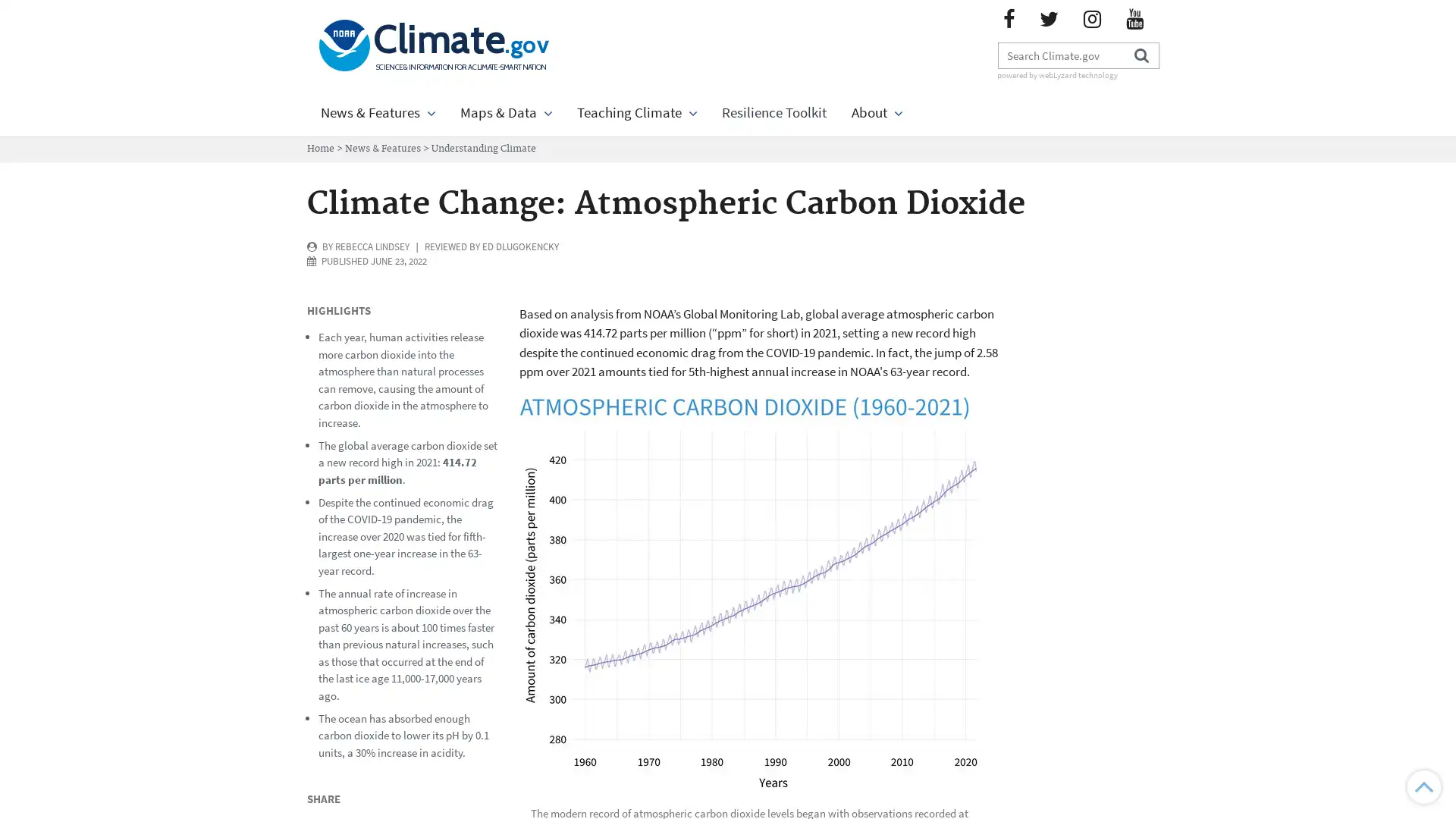 The height and width of the screenshot is (819, 1456). What do you see at coordinates (637, 111) in the screenshot?
I see `Teaching Climate` at bounding box center [637, 111].